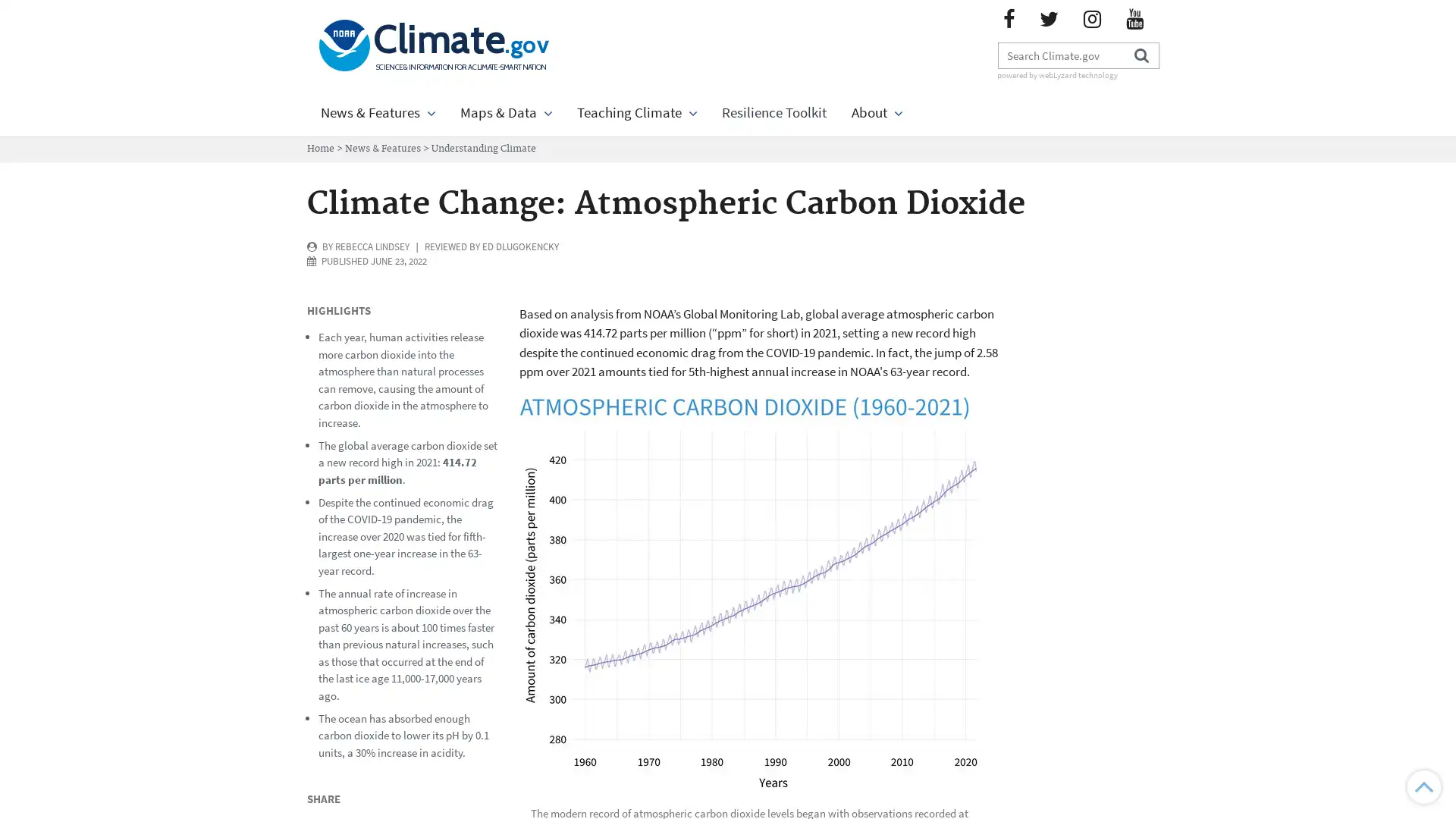 The height and width of the screenshot is (819, 1456). What do you see at coordinates (637, 111) in the screenshot?
I see `Teaching Climate` at bounding box center [637, 111].